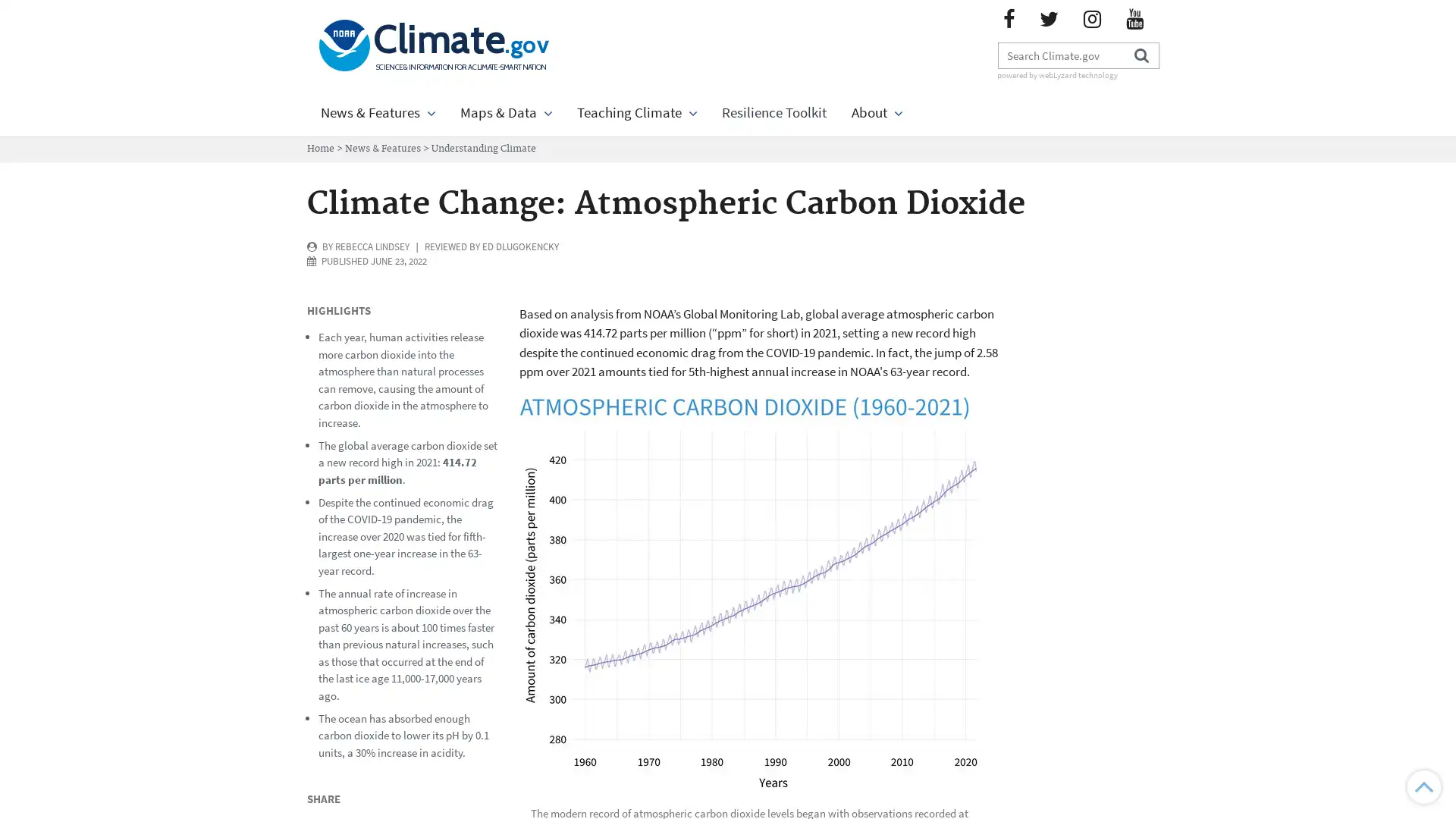 The height and width of the screenshot is (819, 1456). What do you see at coordinates (637, 111) in the screenshot?
I see `Teaching Climate` at bounding box center [637, 111].